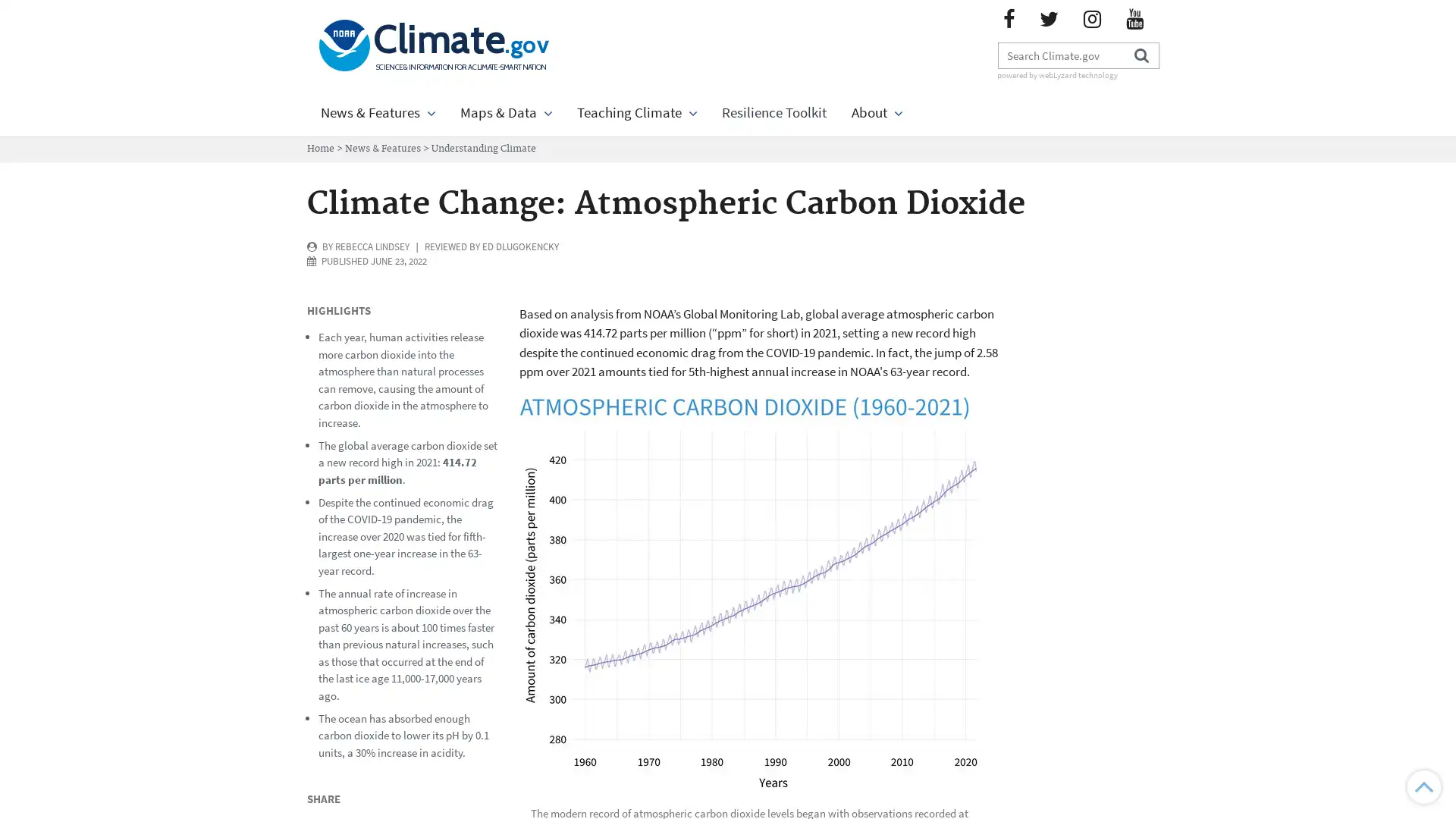 The height and width of the screenshot is (819, 1456). What do you see at coordinates (637, 111) in the screenshot?
I see `Teaching Climate` at bounding box center [637, 111].